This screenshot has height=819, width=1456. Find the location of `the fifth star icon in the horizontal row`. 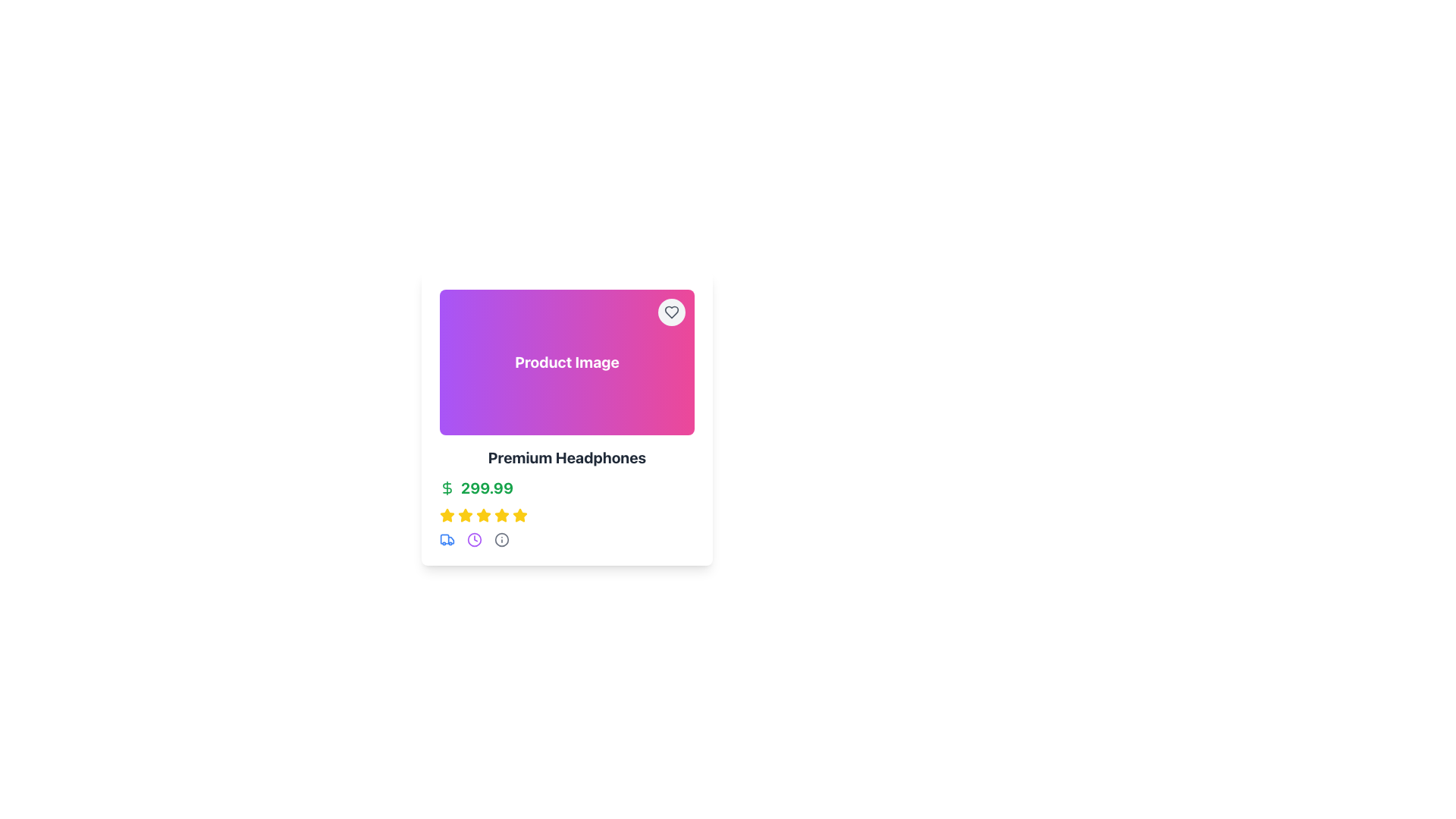

the fifth star icon in the horizontal row is located at coordinates (519, 513).